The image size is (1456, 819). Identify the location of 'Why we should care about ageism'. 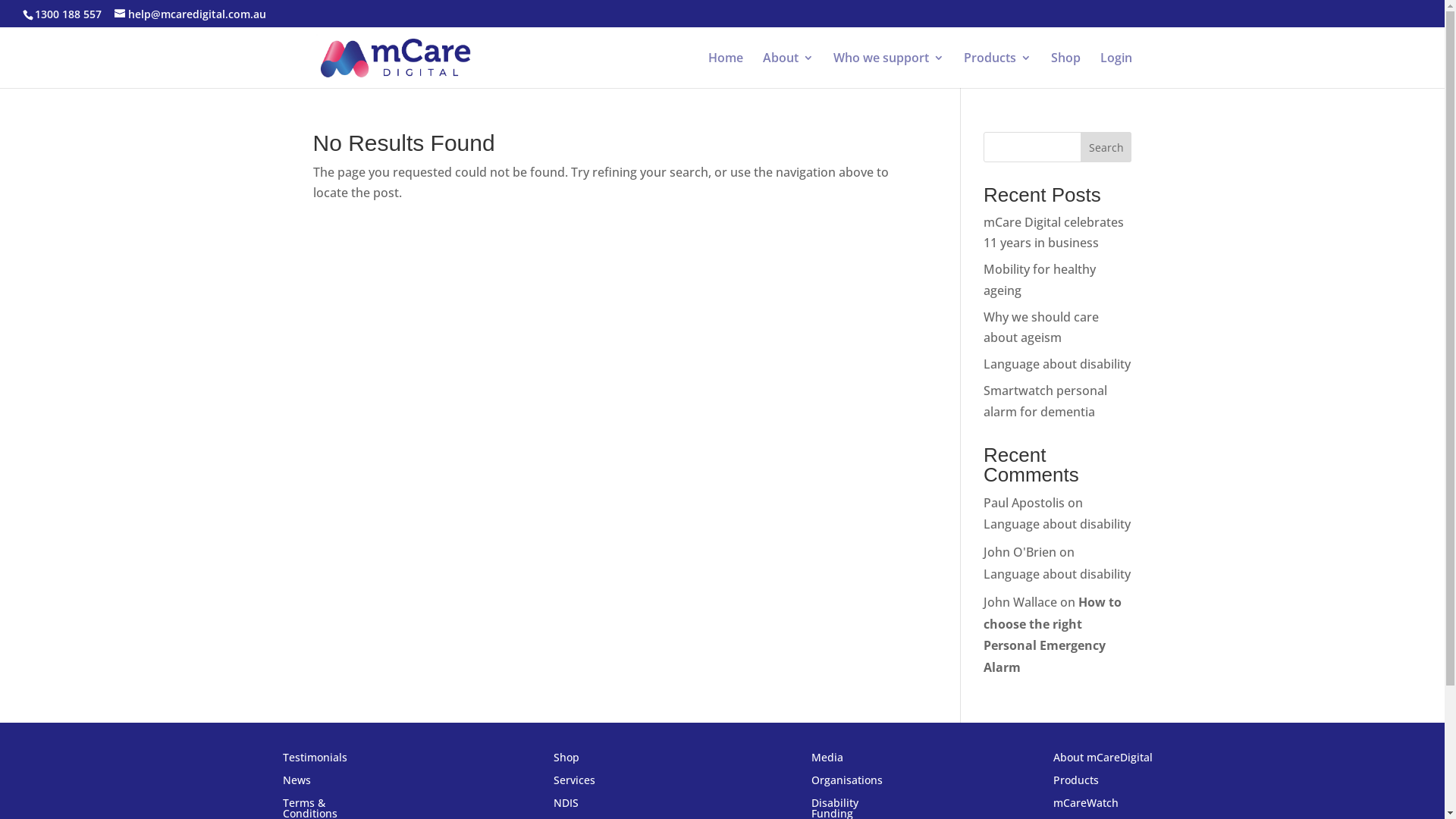
(983, 326).